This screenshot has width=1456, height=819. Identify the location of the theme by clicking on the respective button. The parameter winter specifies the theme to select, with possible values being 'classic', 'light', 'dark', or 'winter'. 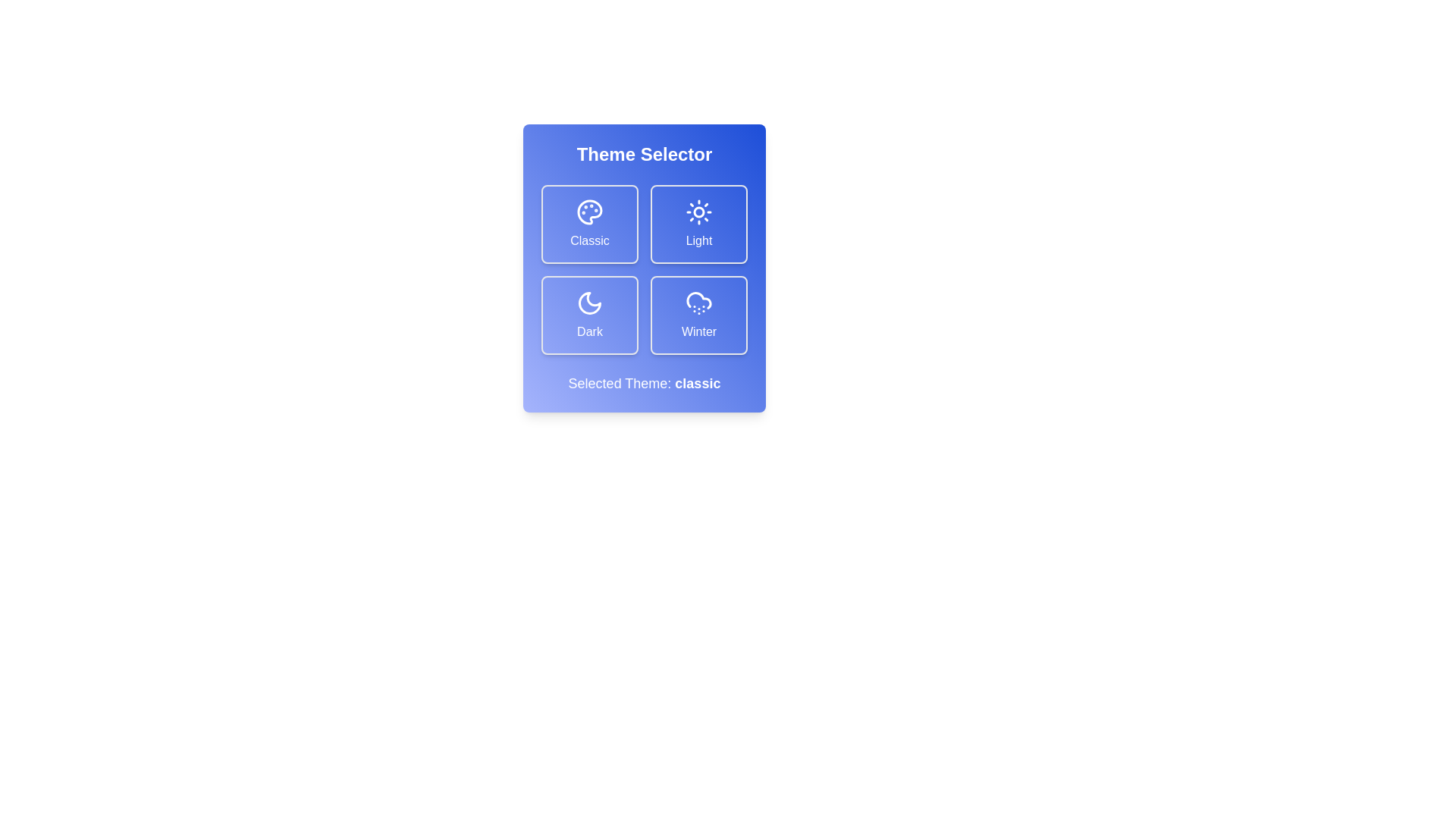
(698, 315).